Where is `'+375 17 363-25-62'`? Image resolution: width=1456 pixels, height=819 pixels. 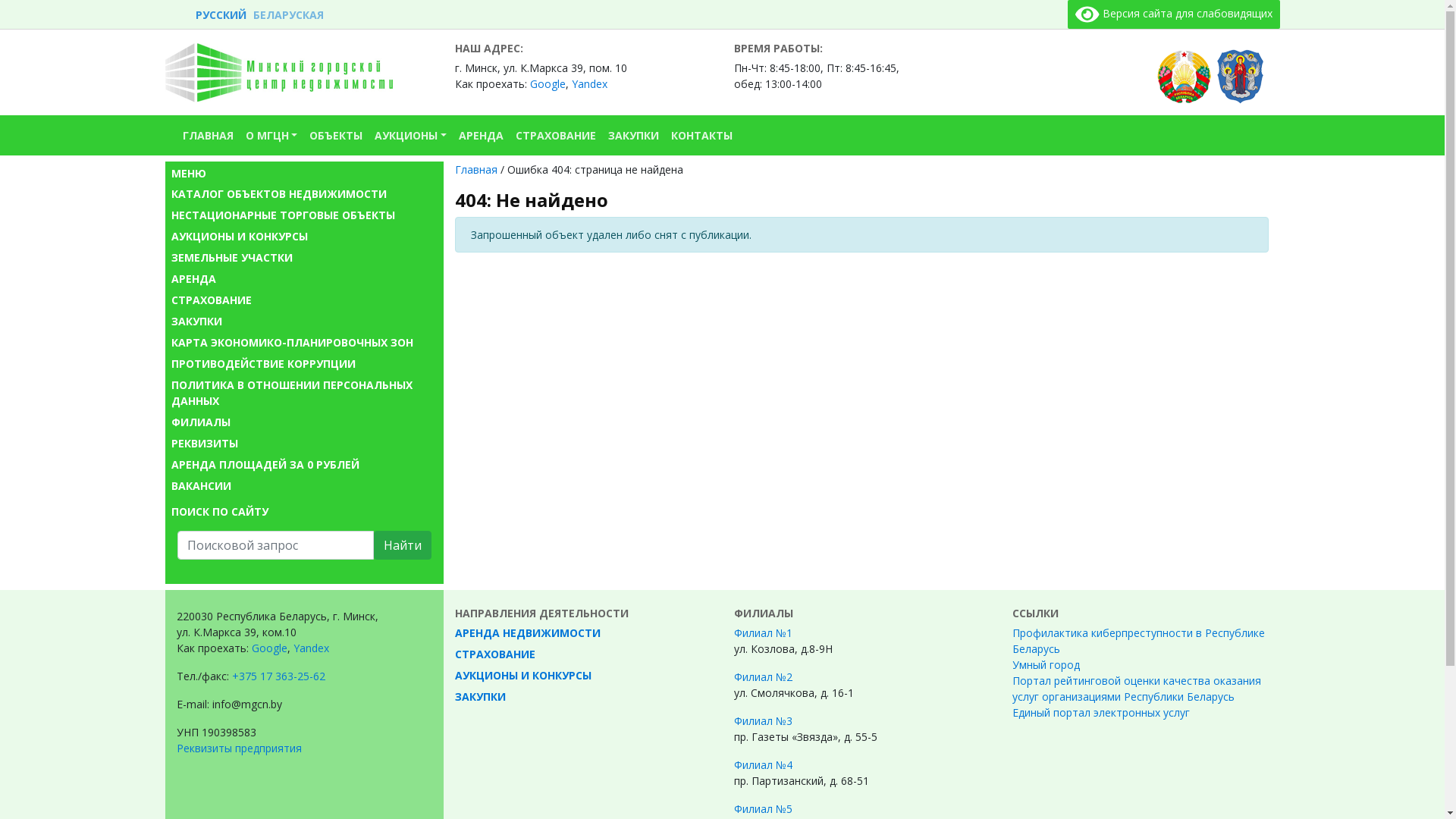 '+375 17 363-25-62' is located at coordinates (278, 675).